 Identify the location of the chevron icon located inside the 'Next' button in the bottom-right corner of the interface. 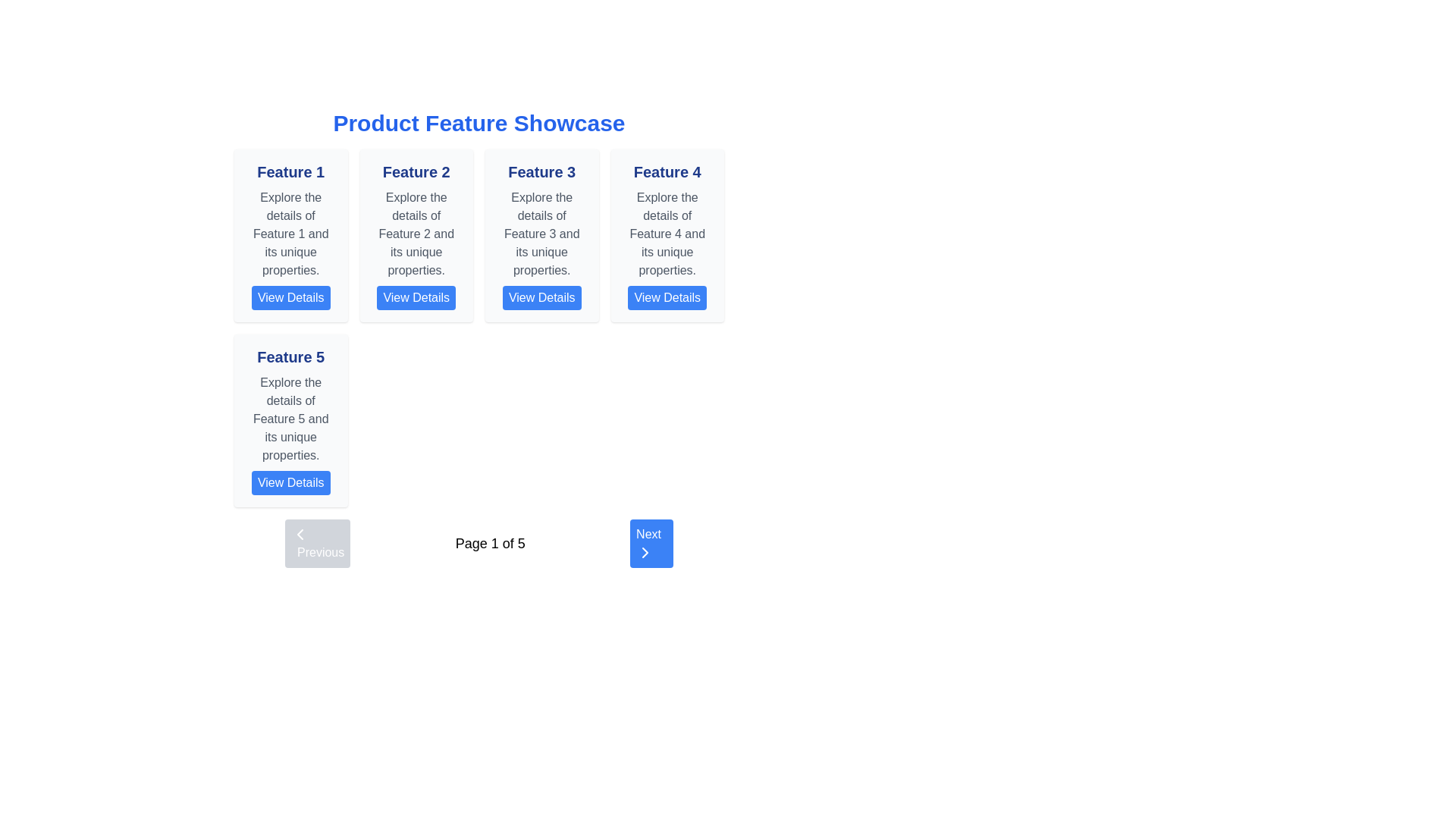
(645, 553).